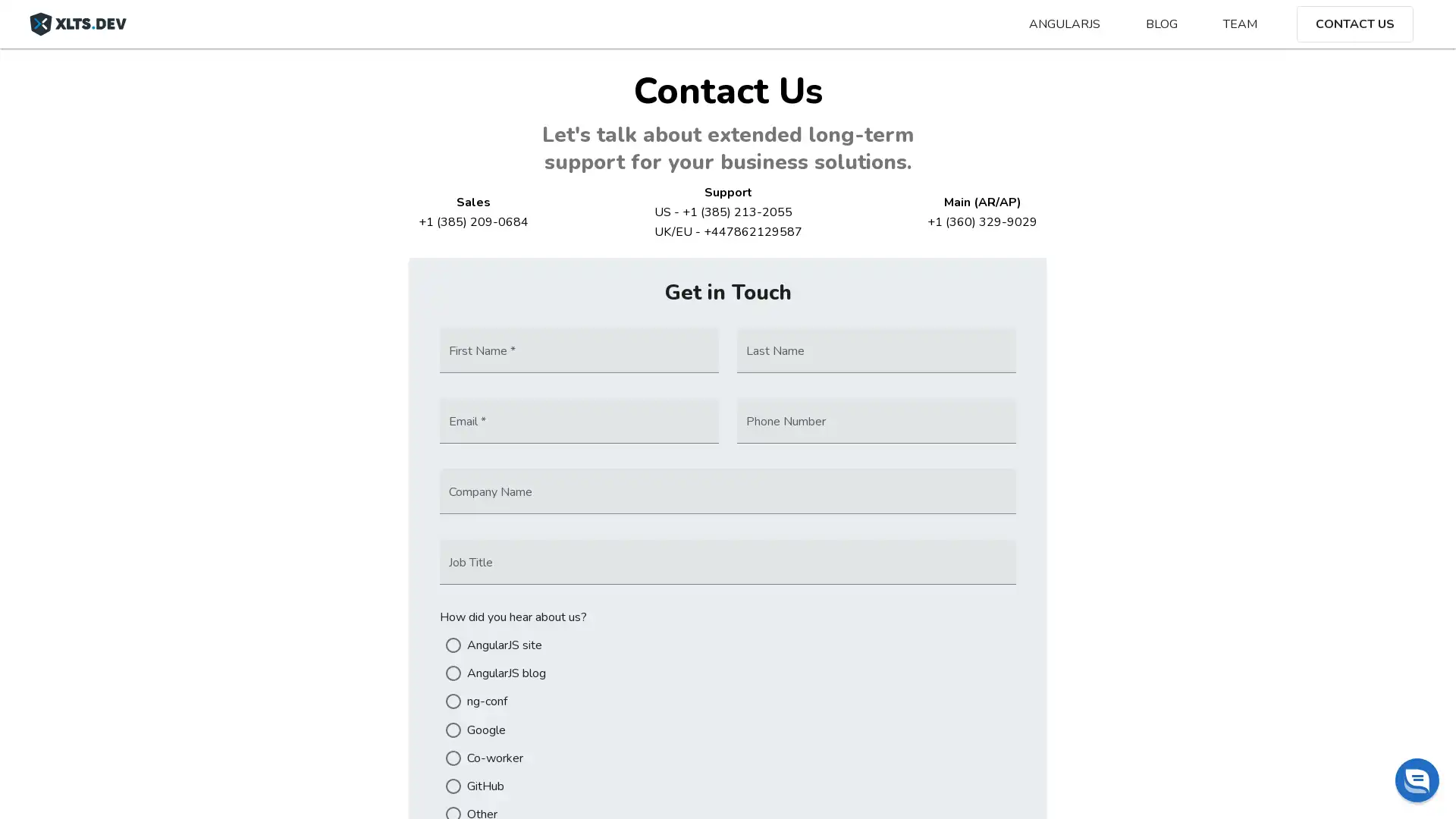 Image resolution: width=1456 pixels, height=819 pixels. Describe the element at coordinates (1416, 780) in the screenshot. I see `Chat widget toggle` at that location.